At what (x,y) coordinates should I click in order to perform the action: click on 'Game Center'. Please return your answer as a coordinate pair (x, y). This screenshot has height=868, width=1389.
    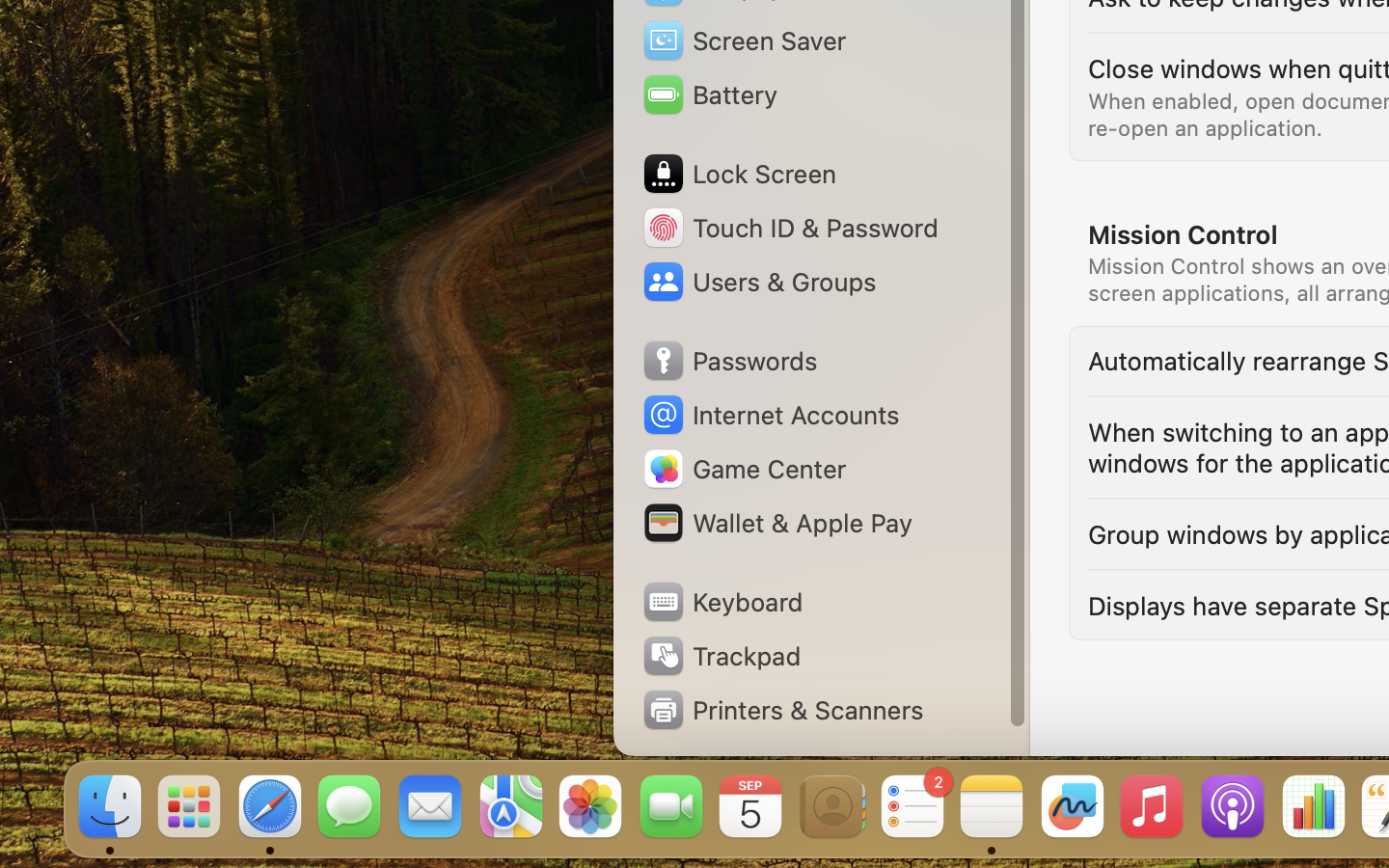
    Looking at the image, I should click on (742, 468).